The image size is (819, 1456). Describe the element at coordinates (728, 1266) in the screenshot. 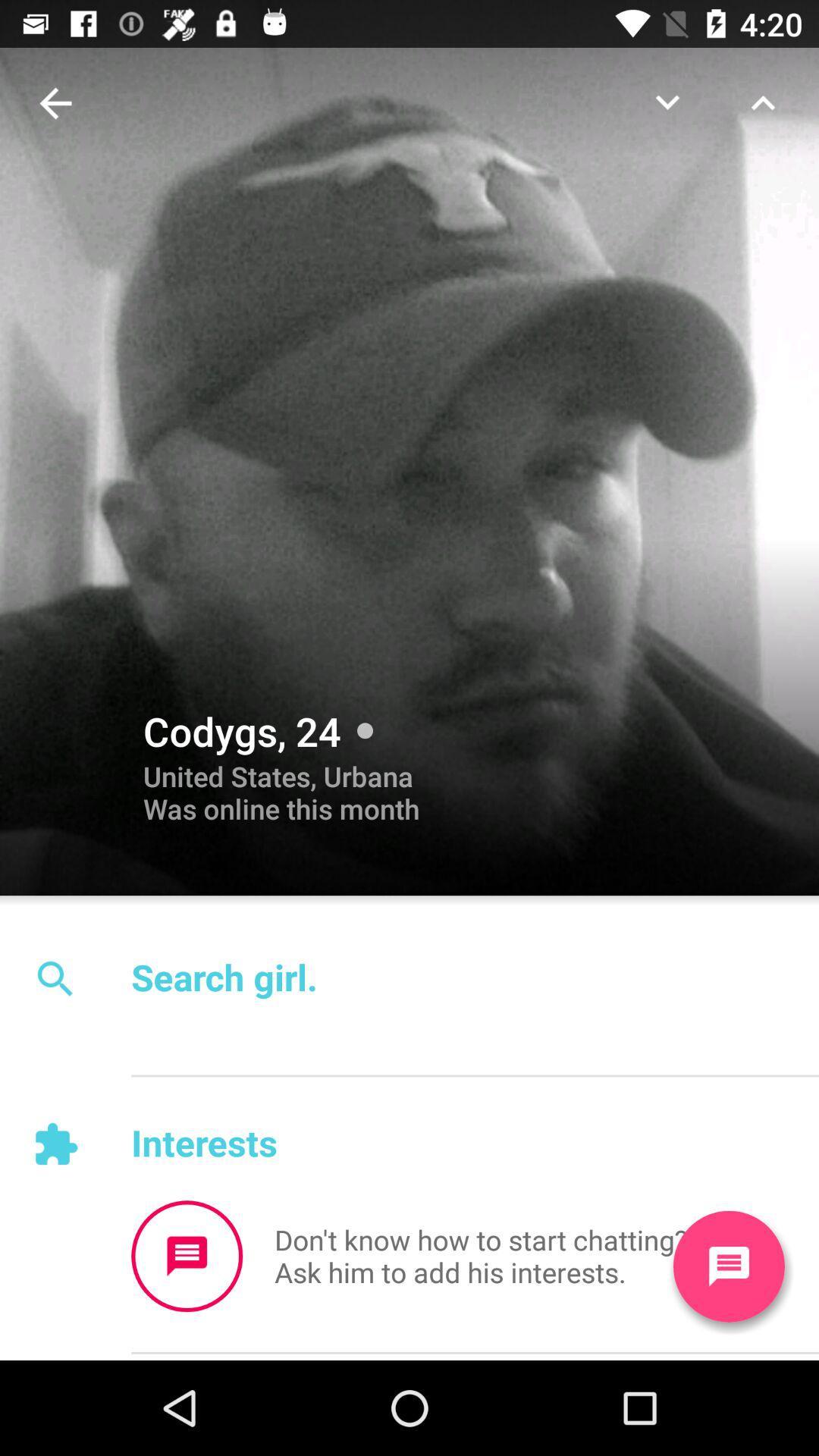

I see `the chat icon` at that location.